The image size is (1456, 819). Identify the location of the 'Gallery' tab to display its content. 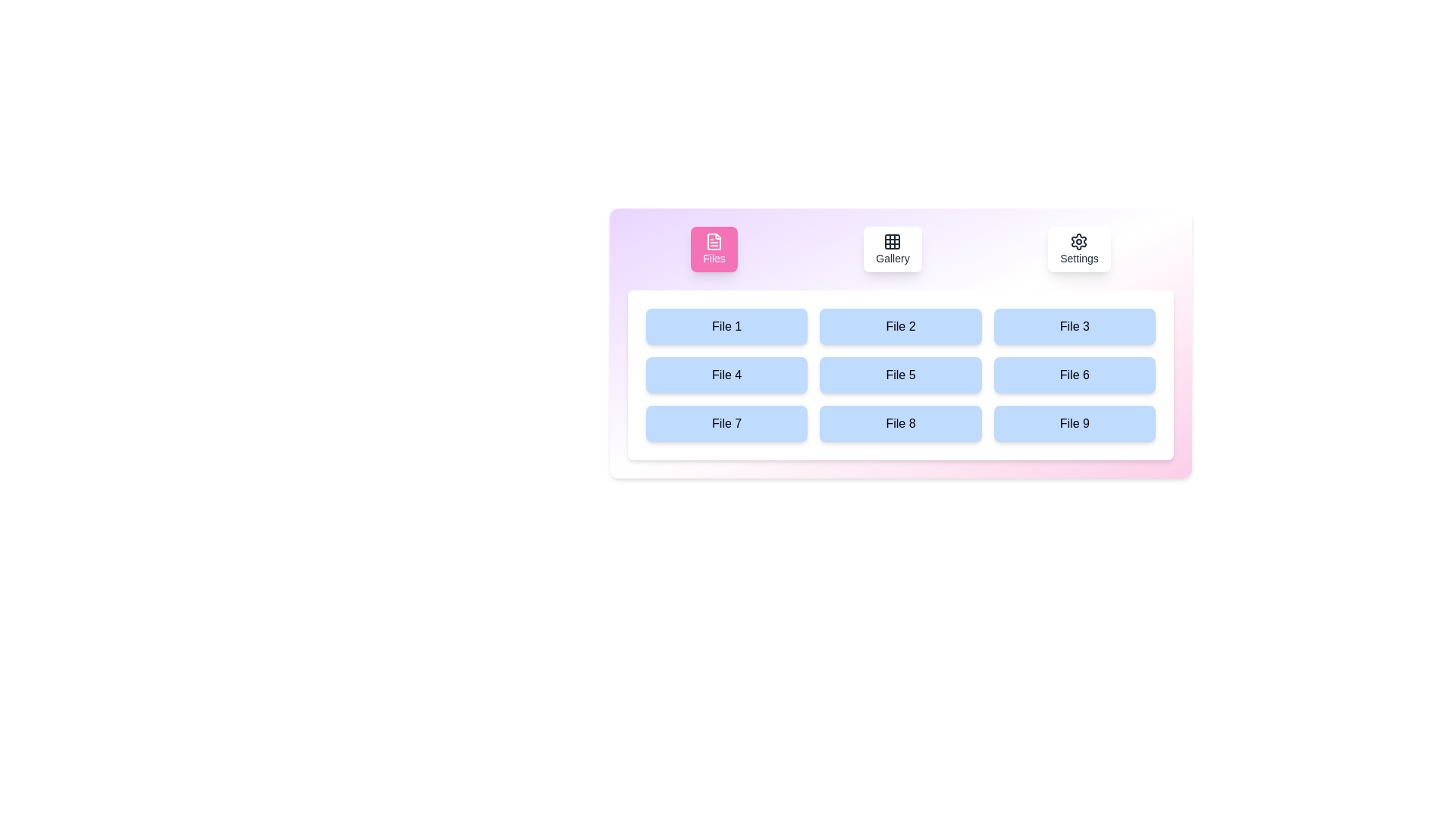
(893, 248).